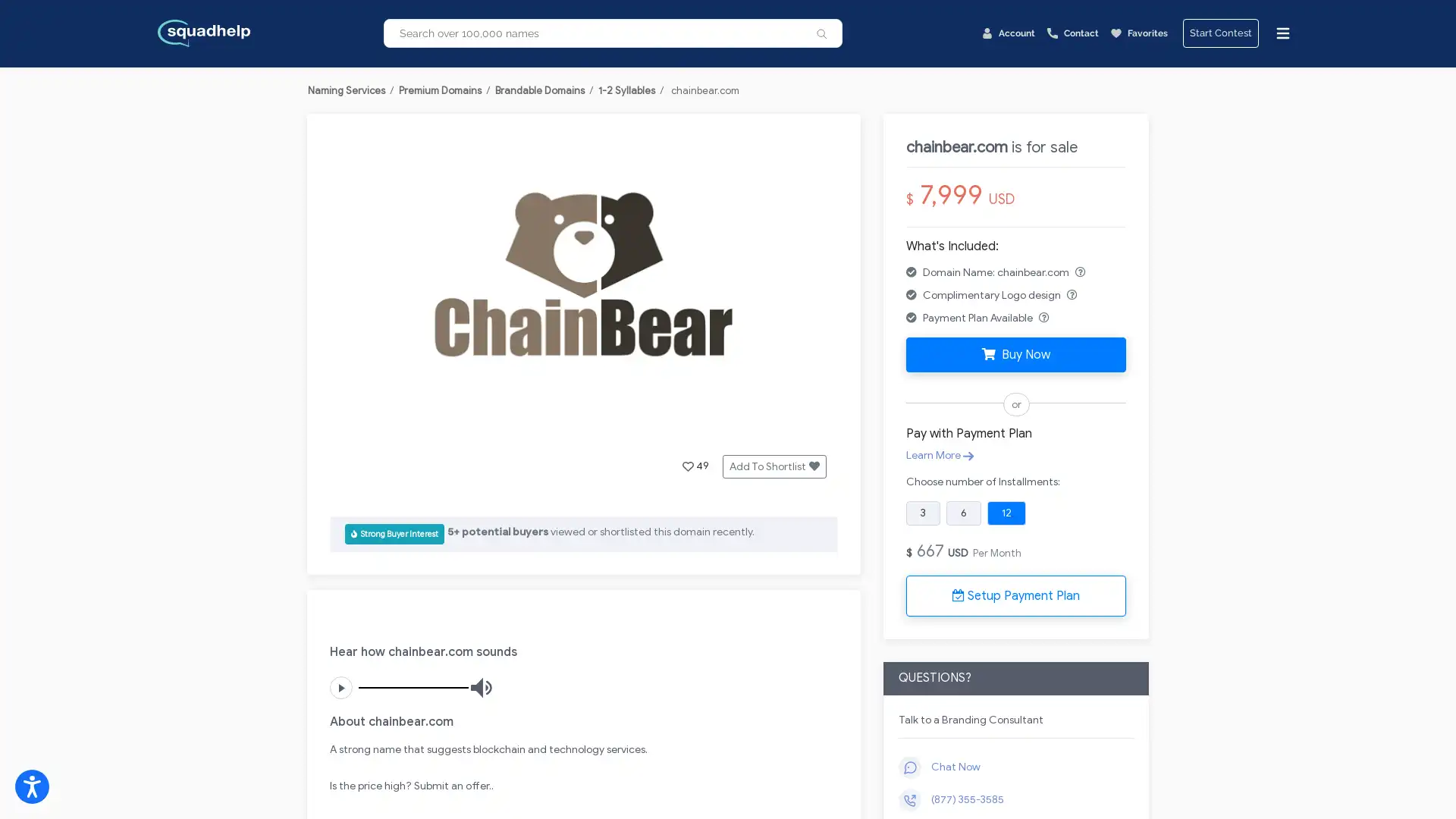 The image size is (1456, 819). What do you see at coordinates (32, 786) in the screenshot?
I see `Open accessibility options, statement and help` at bounding box center [32, 786].